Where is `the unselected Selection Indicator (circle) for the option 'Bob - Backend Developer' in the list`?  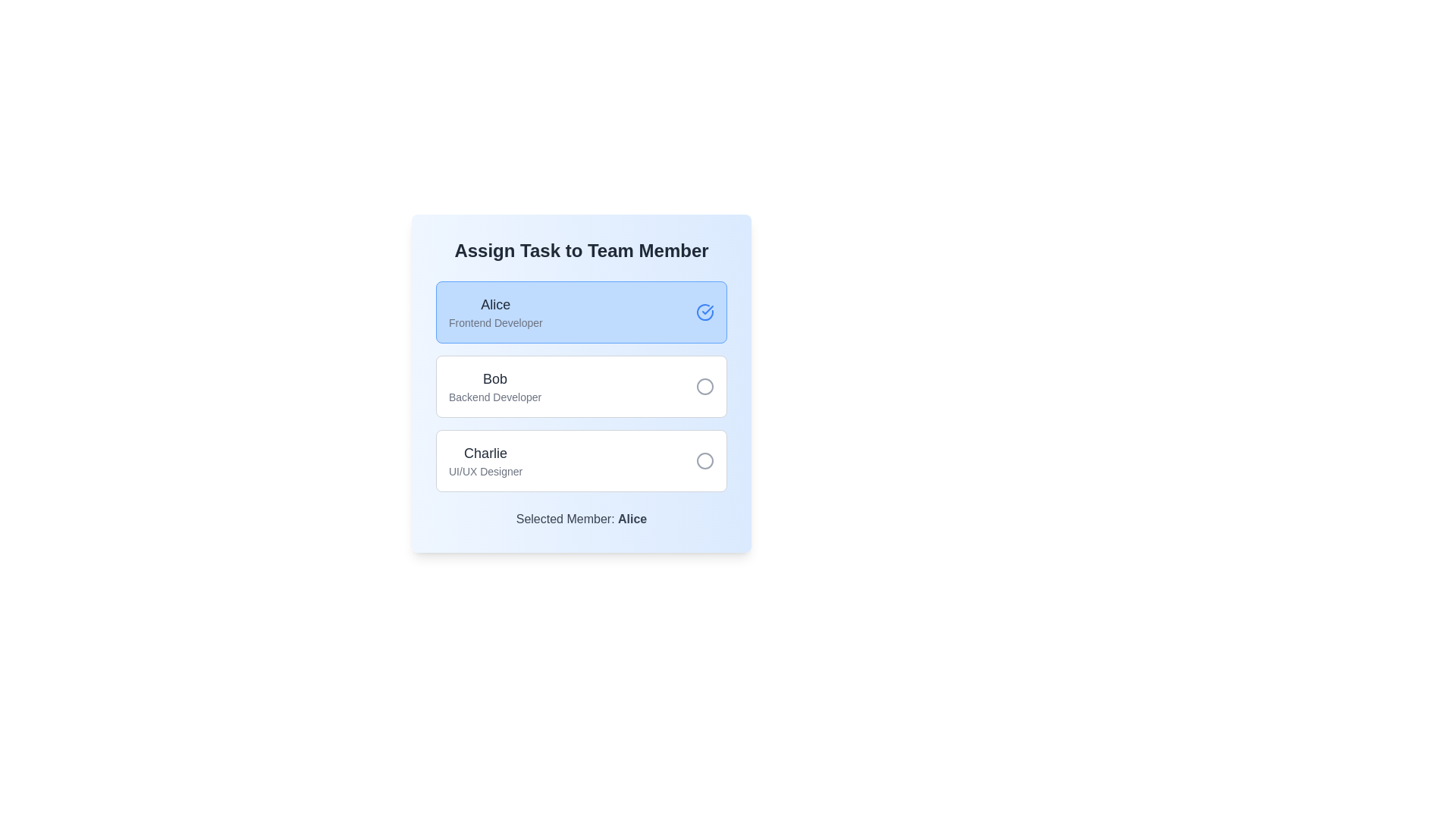 the unselected Selection Indicator (circle) for the option 'Bob - Backend Developer' in the list is located at coordinates (704, 385).